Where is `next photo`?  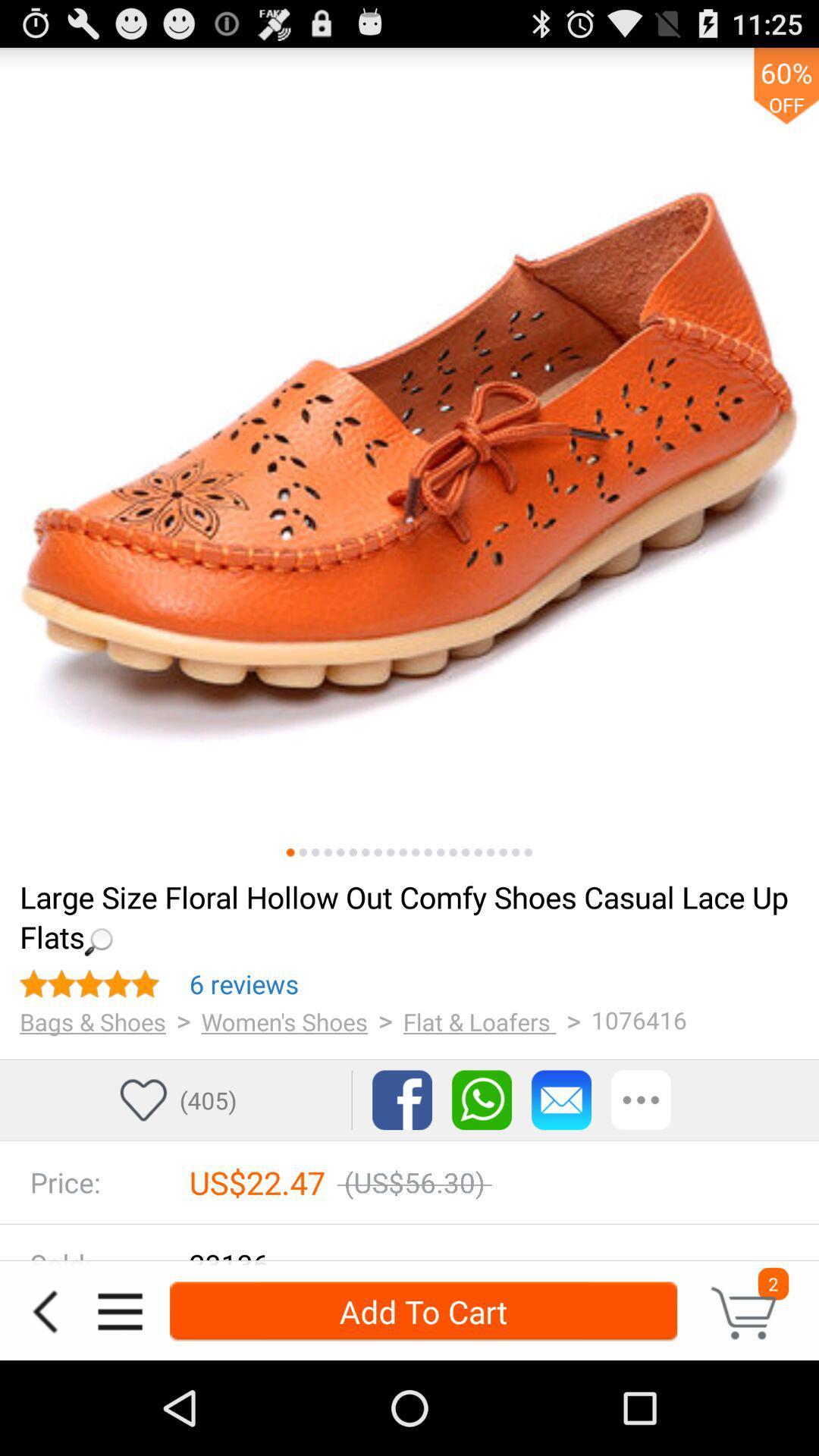
next photo is located at coordinates (340, 852).